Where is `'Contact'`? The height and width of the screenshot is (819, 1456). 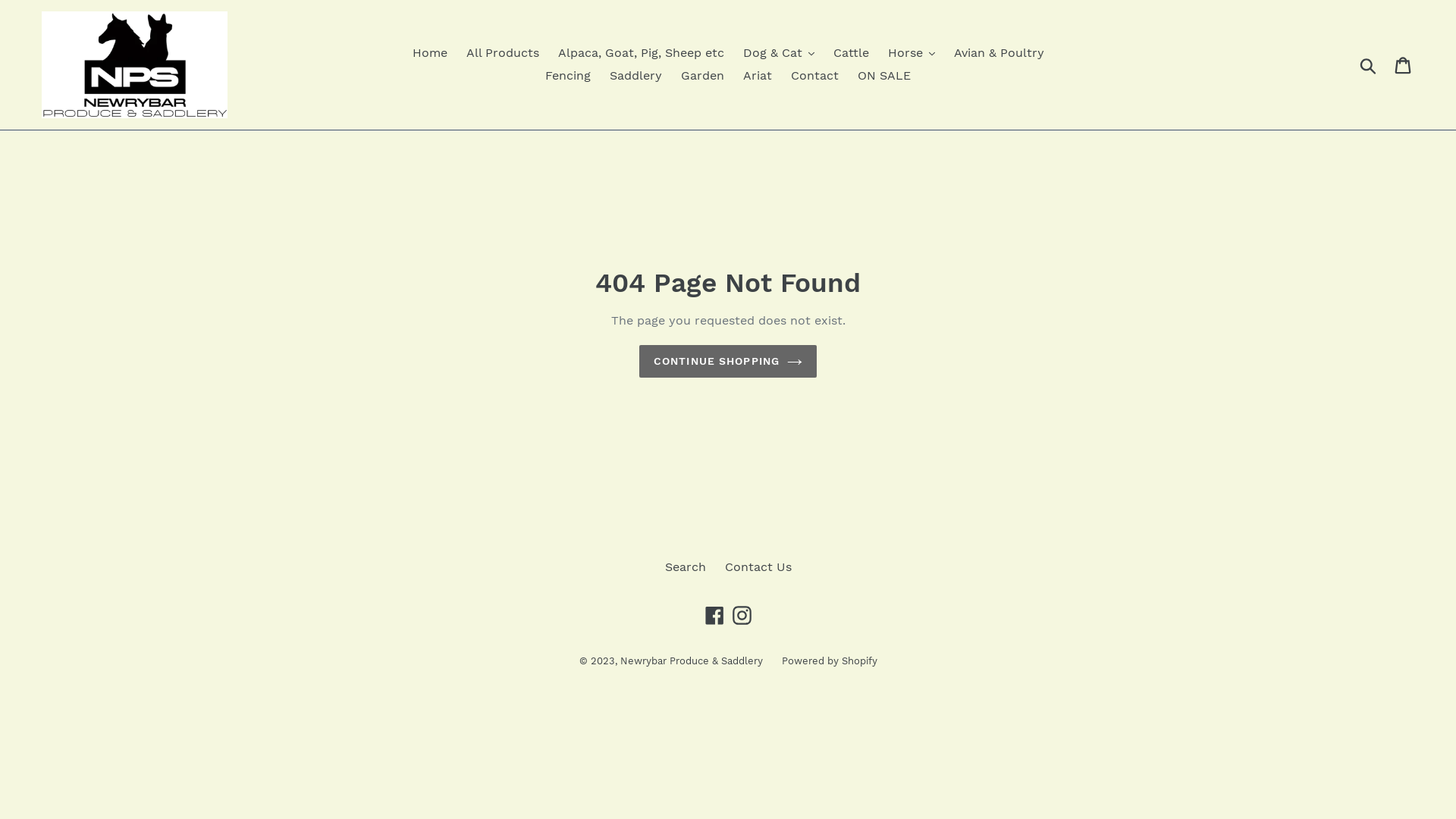
'Contact' is located at coordinates (814, 76).